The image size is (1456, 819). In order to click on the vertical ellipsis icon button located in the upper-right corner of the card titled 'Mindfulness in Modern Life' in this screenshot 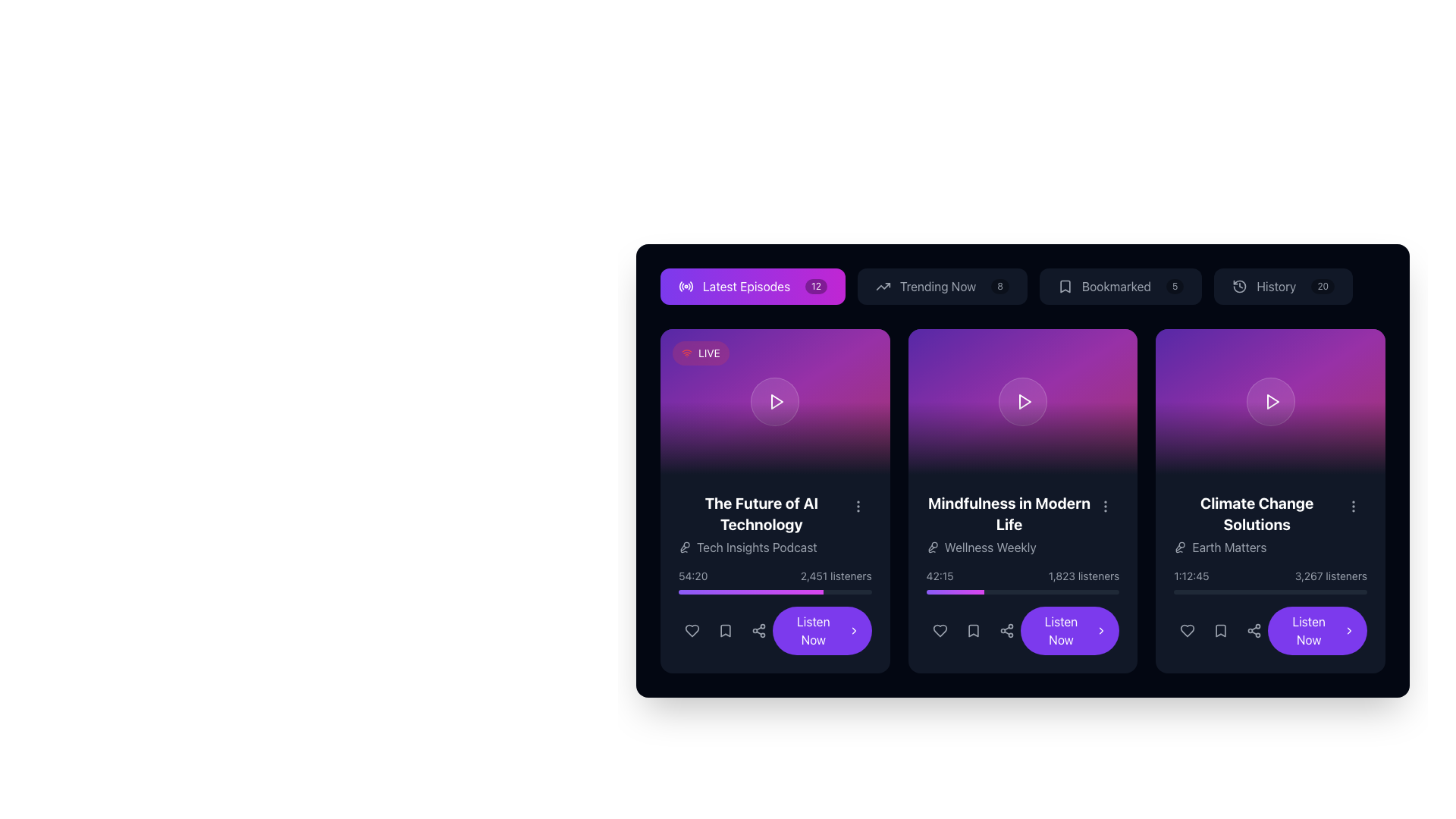, I will do `click(1106, 506)`.